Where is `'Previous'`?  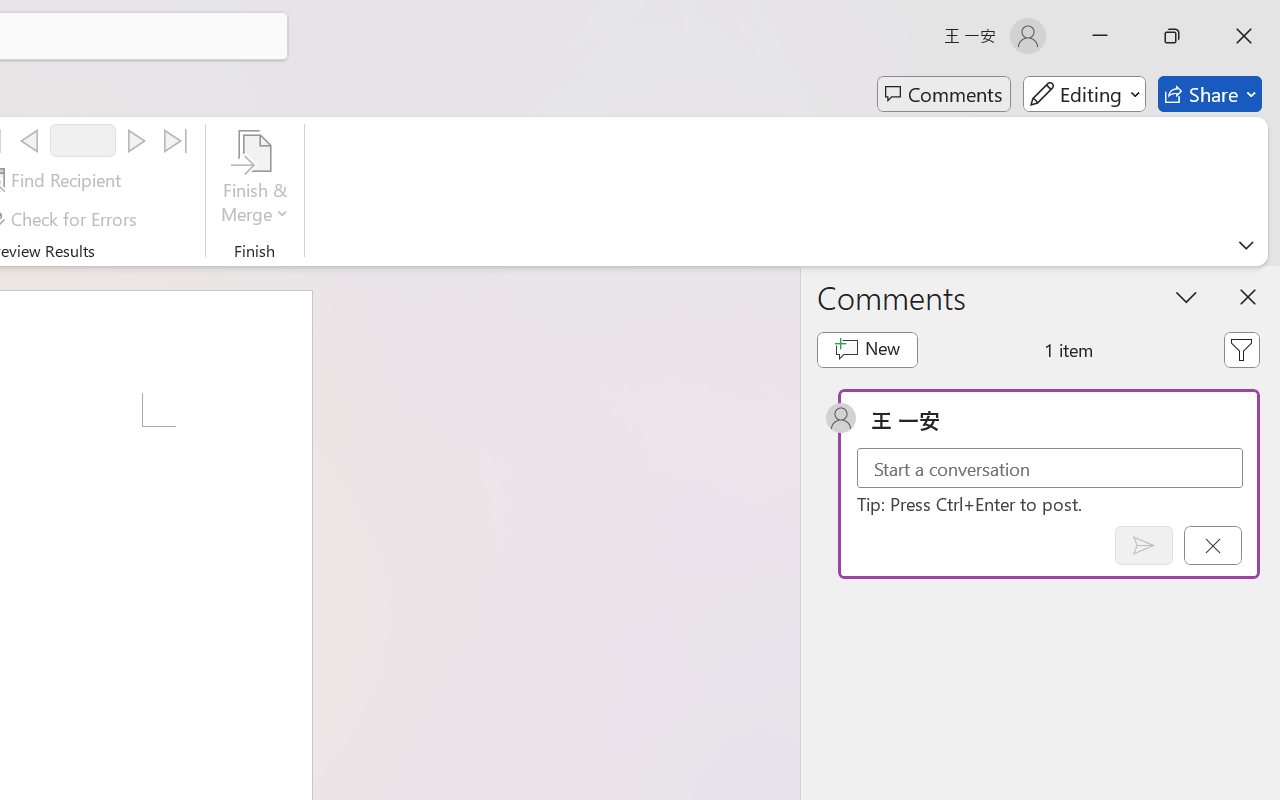 'Previous' is located at coordinates (29, 141).